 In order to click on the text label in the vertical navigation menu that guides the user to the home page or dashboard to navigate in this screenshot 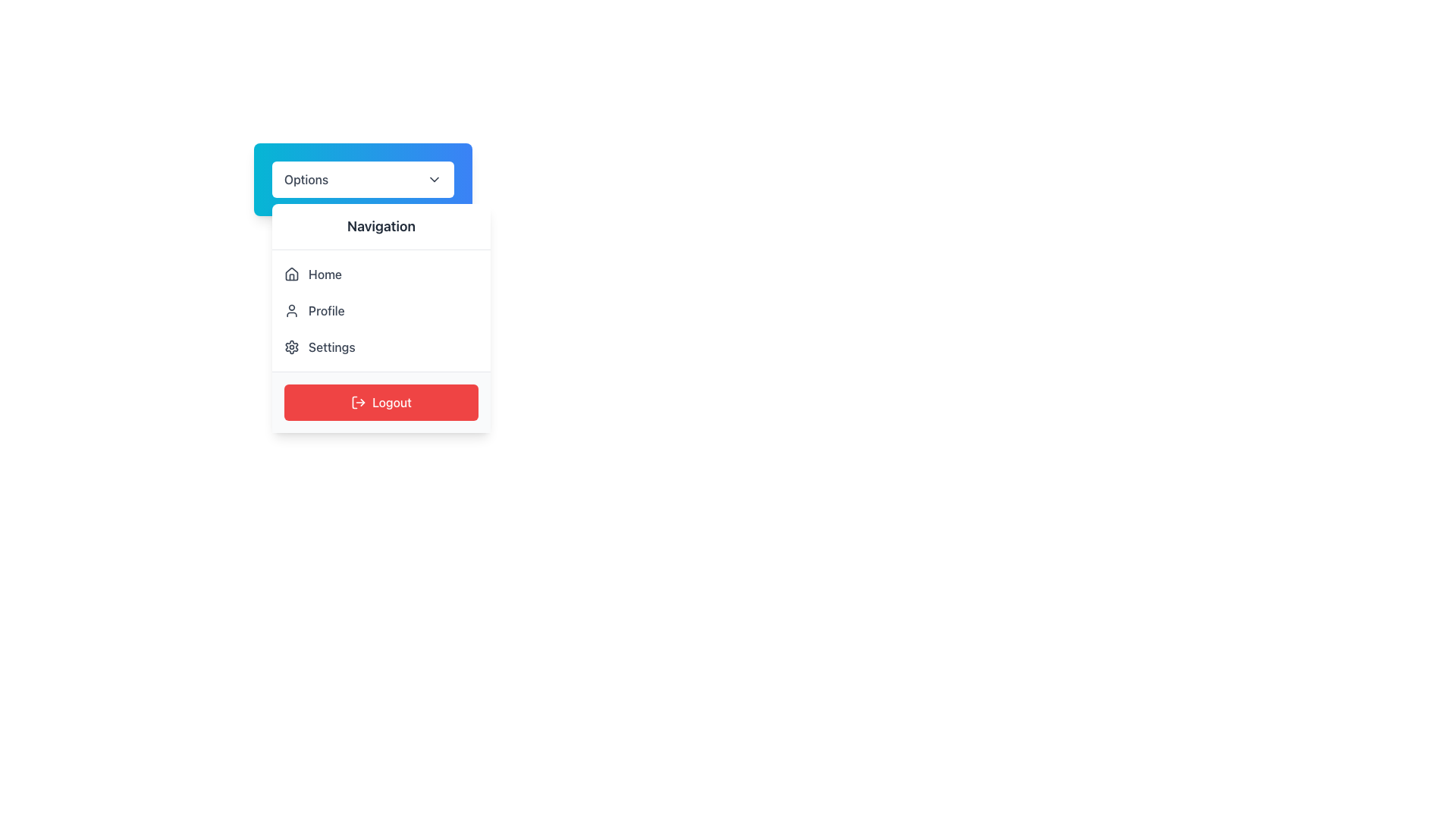, I will do `click(324, 275)`.